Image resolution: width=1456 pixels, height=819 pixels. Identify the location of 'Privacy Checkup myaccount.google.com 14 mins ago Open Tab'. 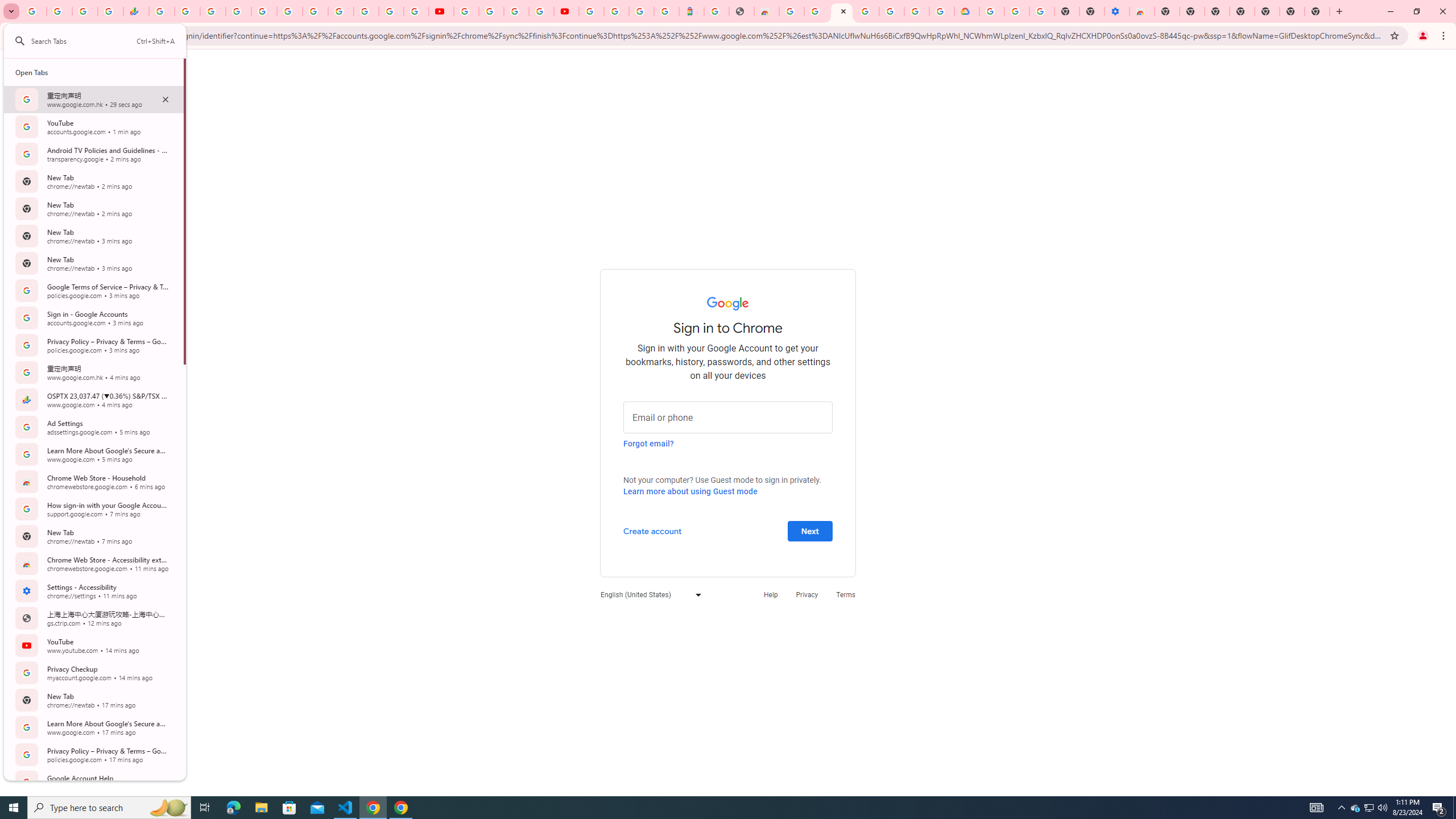
(93, 672).